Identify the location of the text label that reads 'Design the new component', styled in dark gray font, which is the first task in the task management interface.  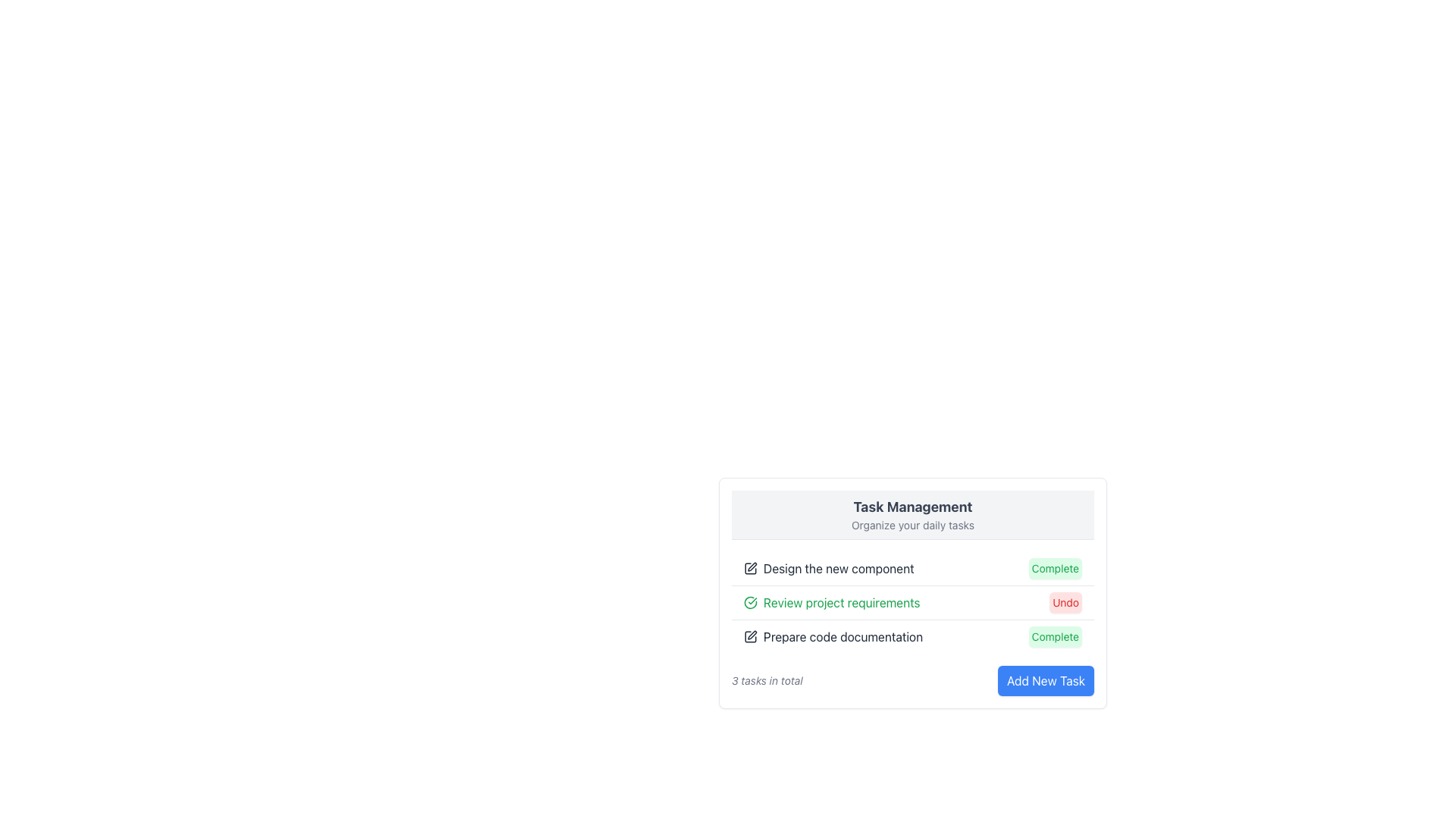
(838, 568).